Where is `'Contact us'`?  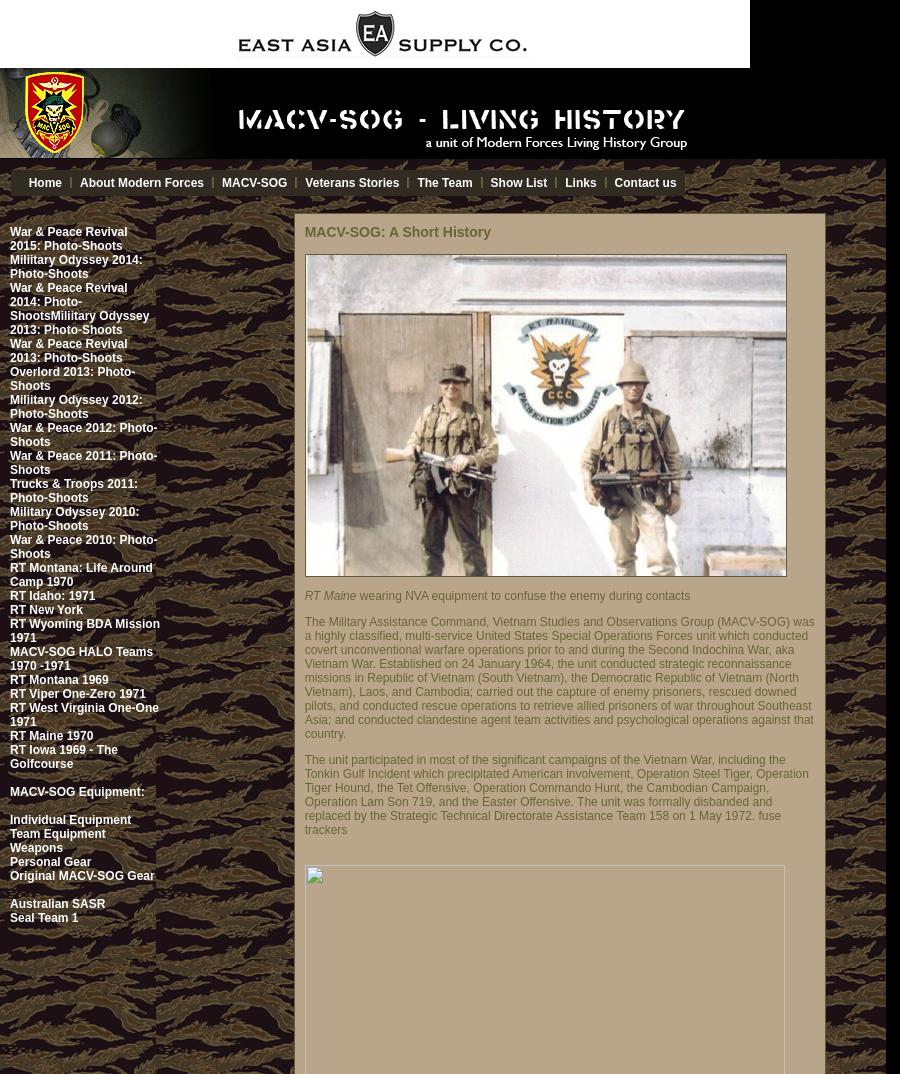
'Contact us' is located at coordinates (613, 183).